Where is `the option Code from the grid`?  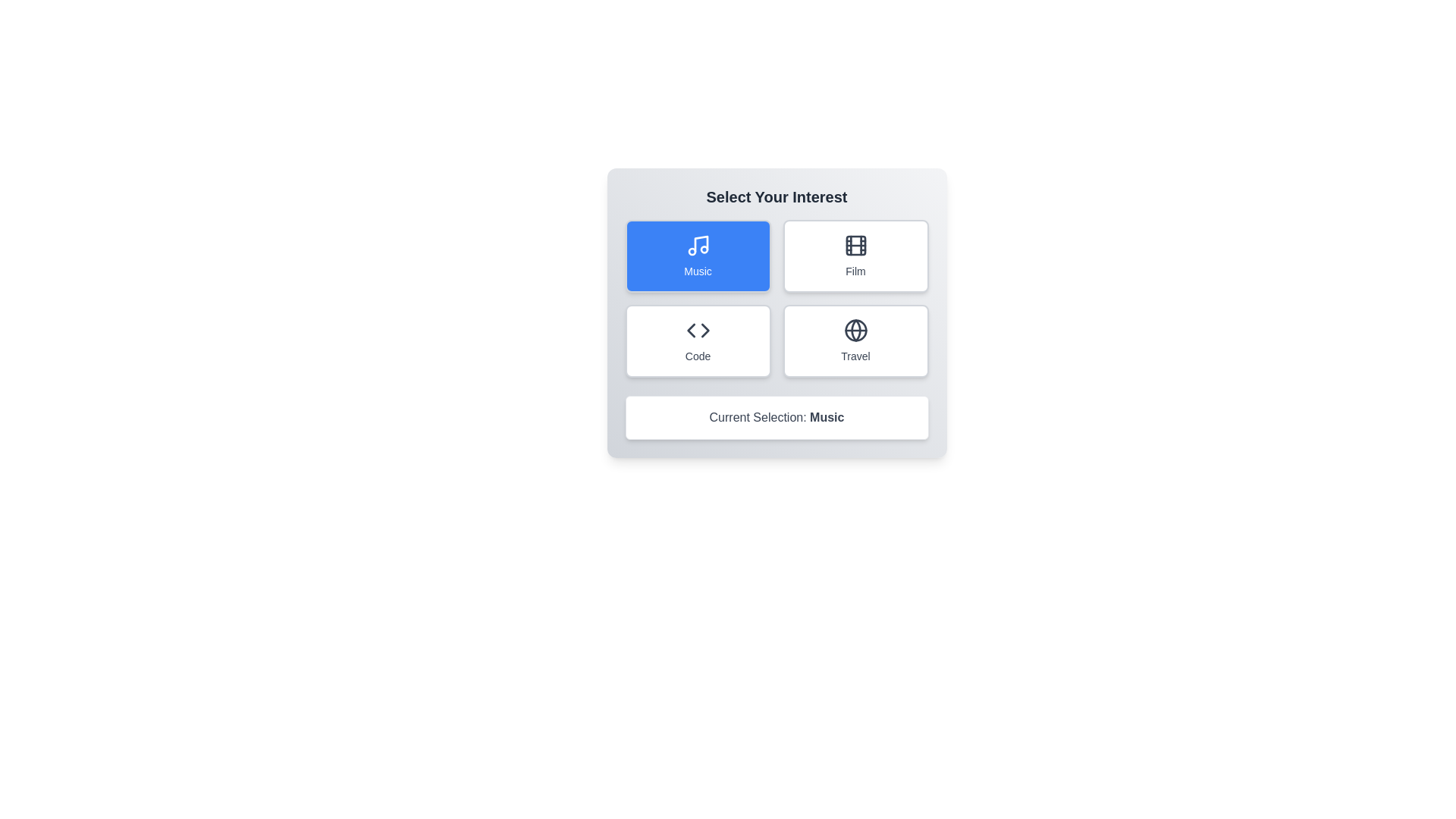
the option Code from the grid is located at coordinates (697, 341).